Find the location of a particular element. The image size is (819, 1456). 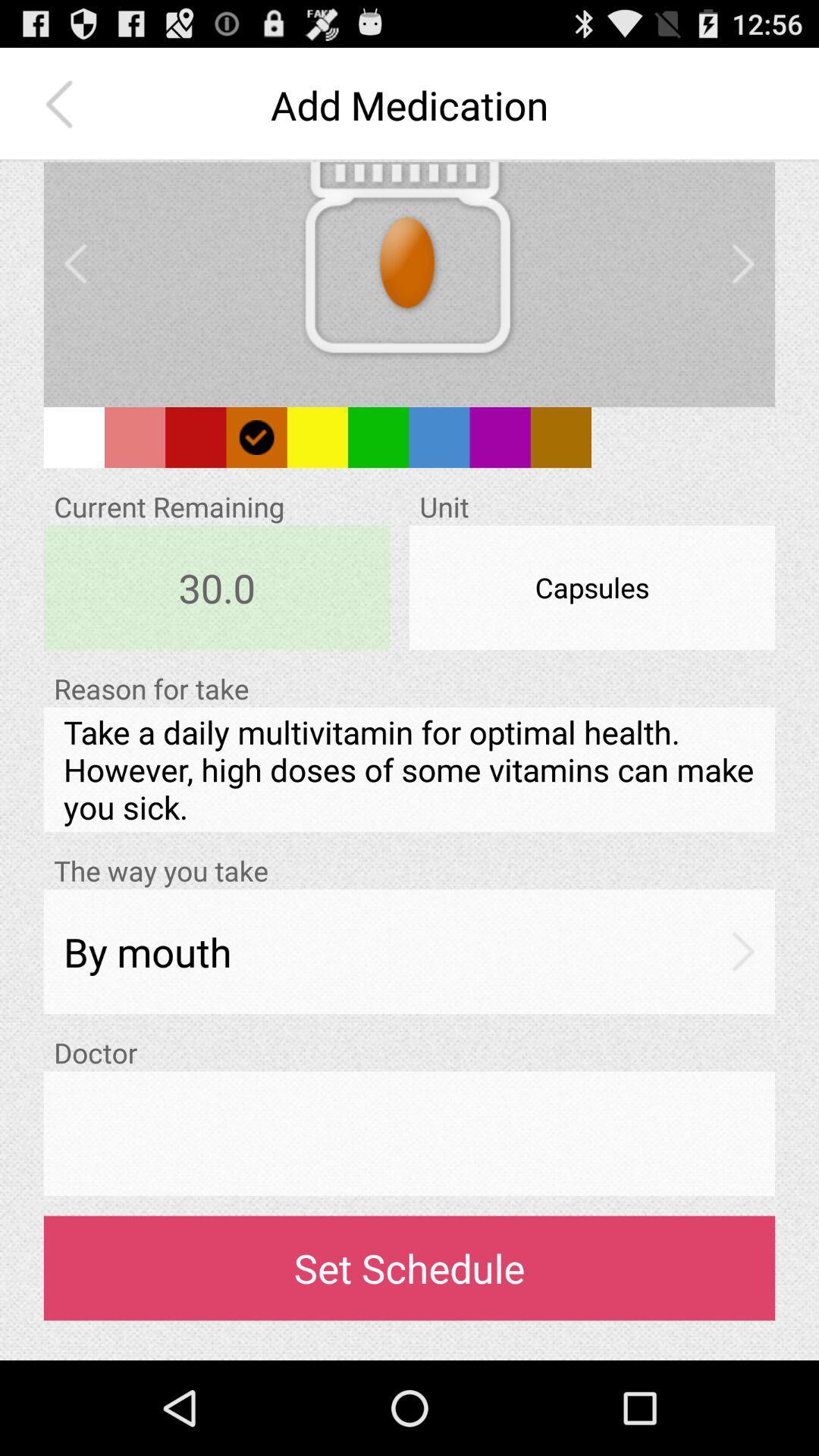

the button on the left to first image on the web page is located at coordinates (76, 264).